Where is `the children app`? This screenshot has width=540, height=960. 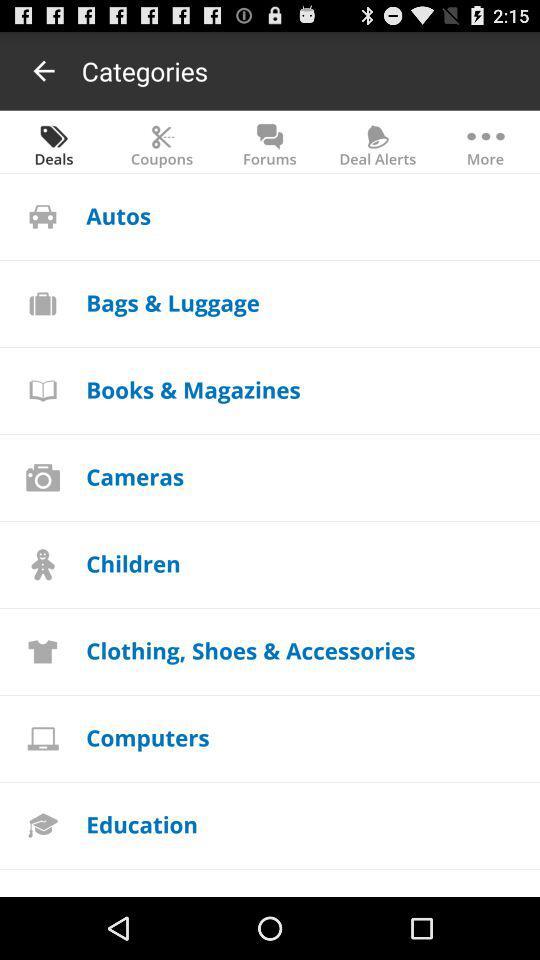
the children app is located at coordinates (133, 563).